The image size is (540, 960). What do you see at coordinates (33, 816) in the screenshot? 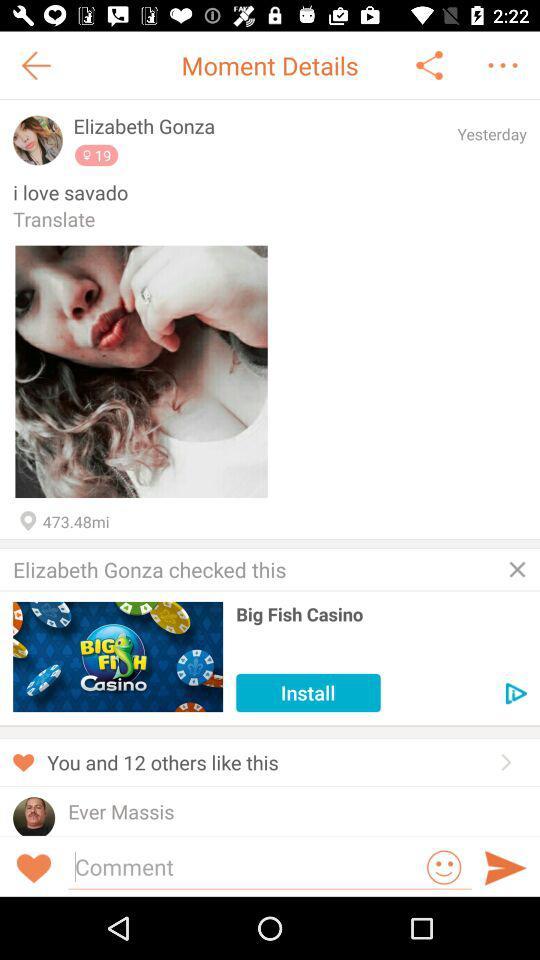
I see `see user 's profile` at bounding box center [33, 816].